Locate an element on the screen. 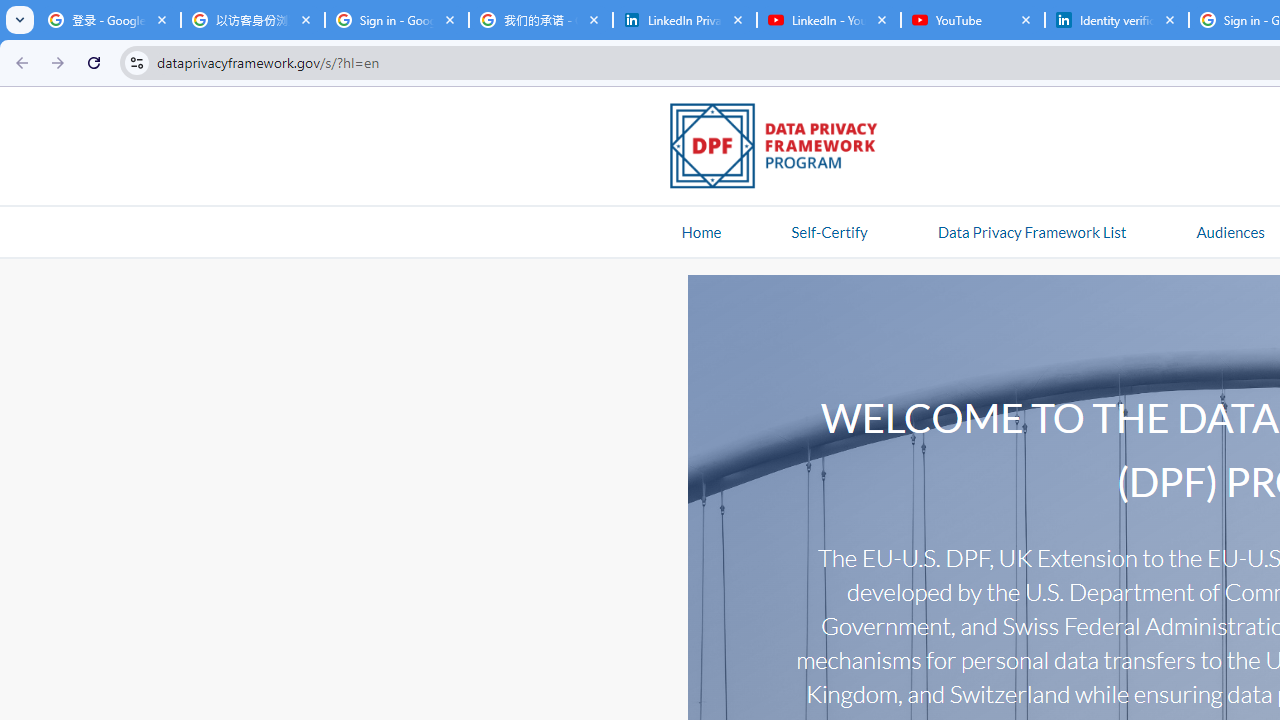 The width and height of the screenshot is (1280, 720). 'Data Privacy Framework Logo - Link to Homepage' is located at coordinates (783, 148).